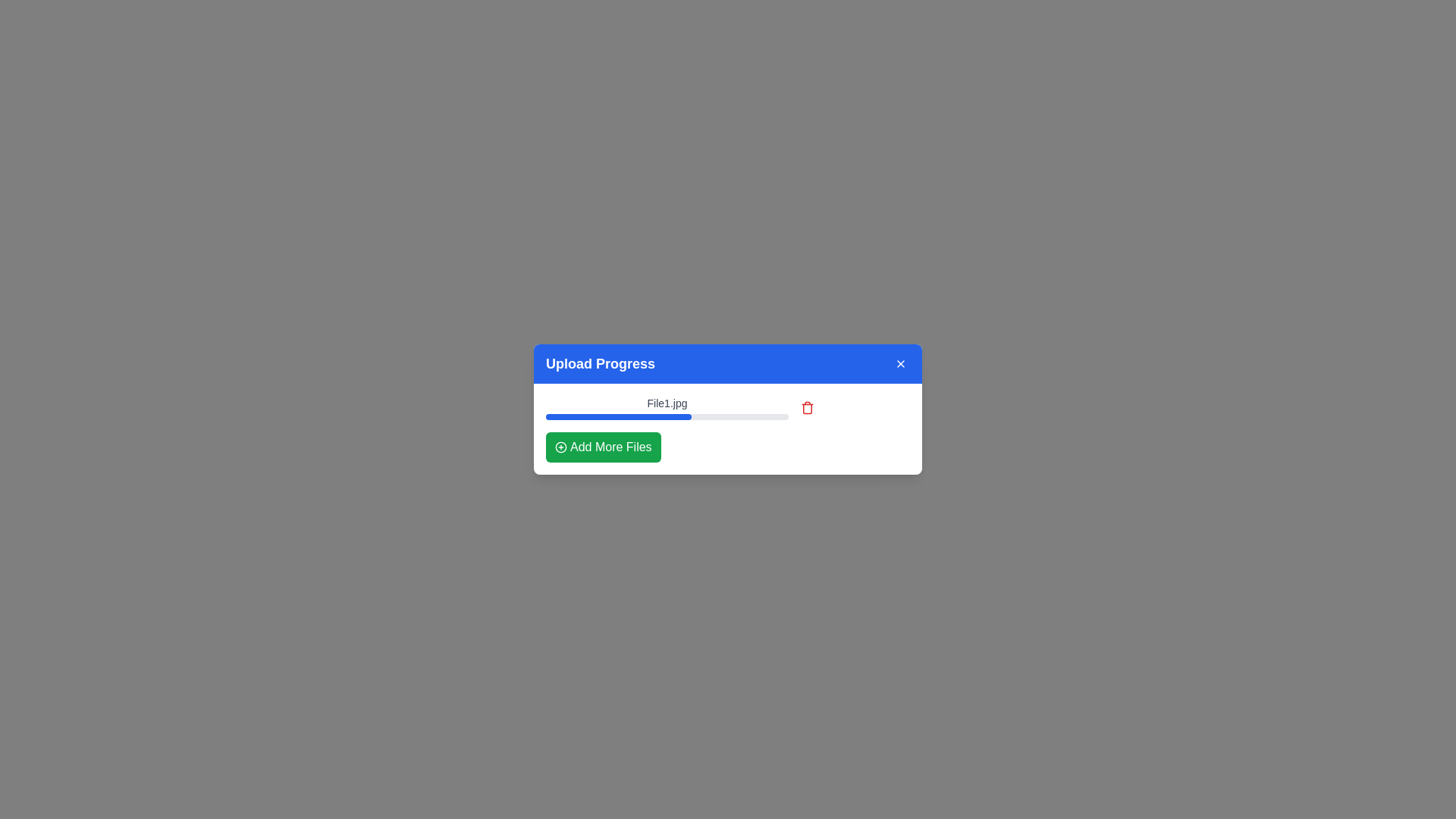 The width and height of the screenshot is (1456, 819). What do you see at coordinates (560, 447) in the screenshot?
I see `the '+' icon located at the left end of the 'Add More Files' button in the 'Upload Progress' modal` at bounding box center [560, 447].